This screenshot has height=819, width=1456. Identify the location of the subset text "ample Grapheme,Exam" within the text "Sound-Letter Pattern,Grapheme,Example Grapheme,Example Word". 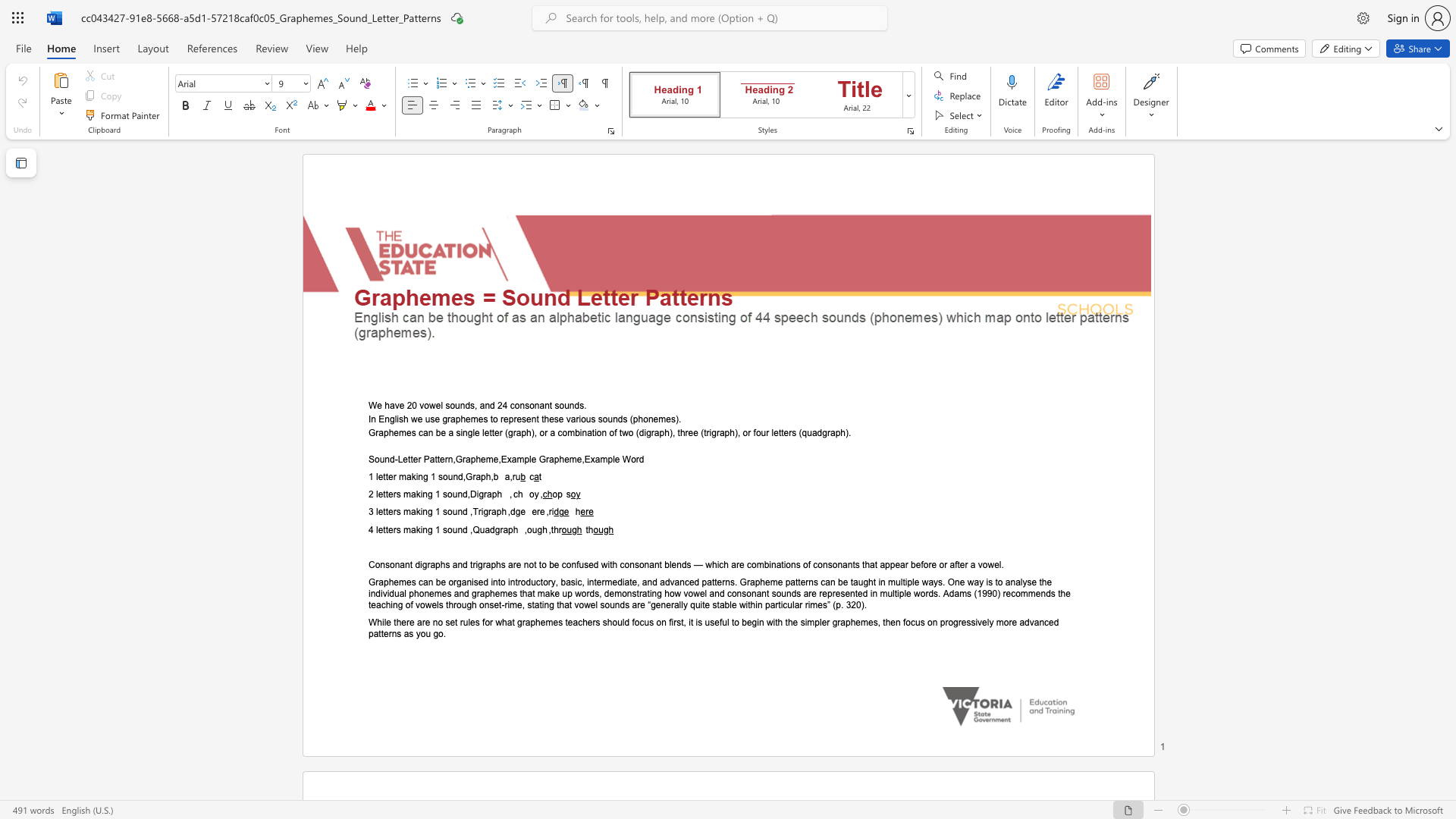
(511, 459).